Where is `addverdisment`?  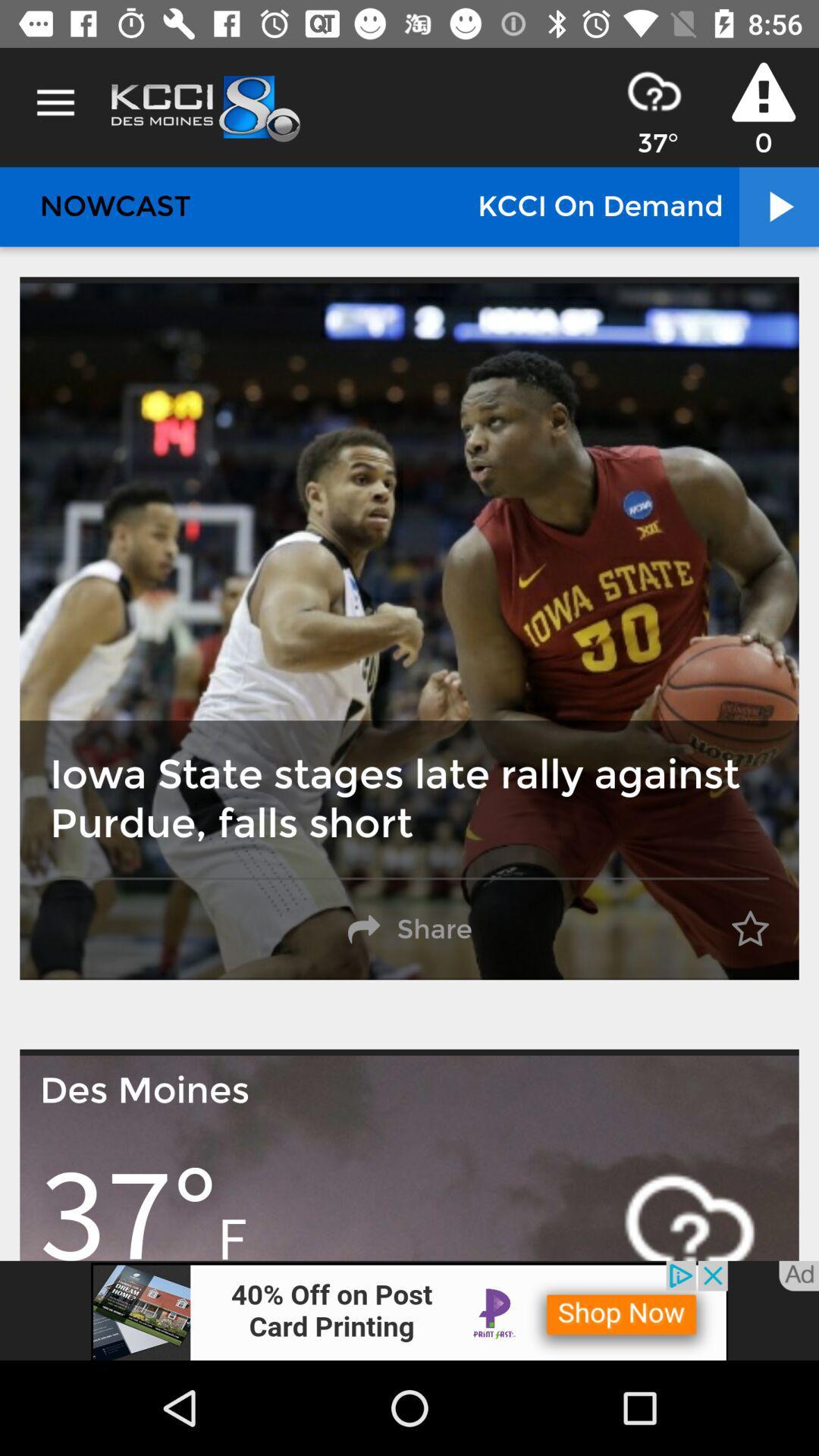 addverdisment is located at coordinates (409, 1310).